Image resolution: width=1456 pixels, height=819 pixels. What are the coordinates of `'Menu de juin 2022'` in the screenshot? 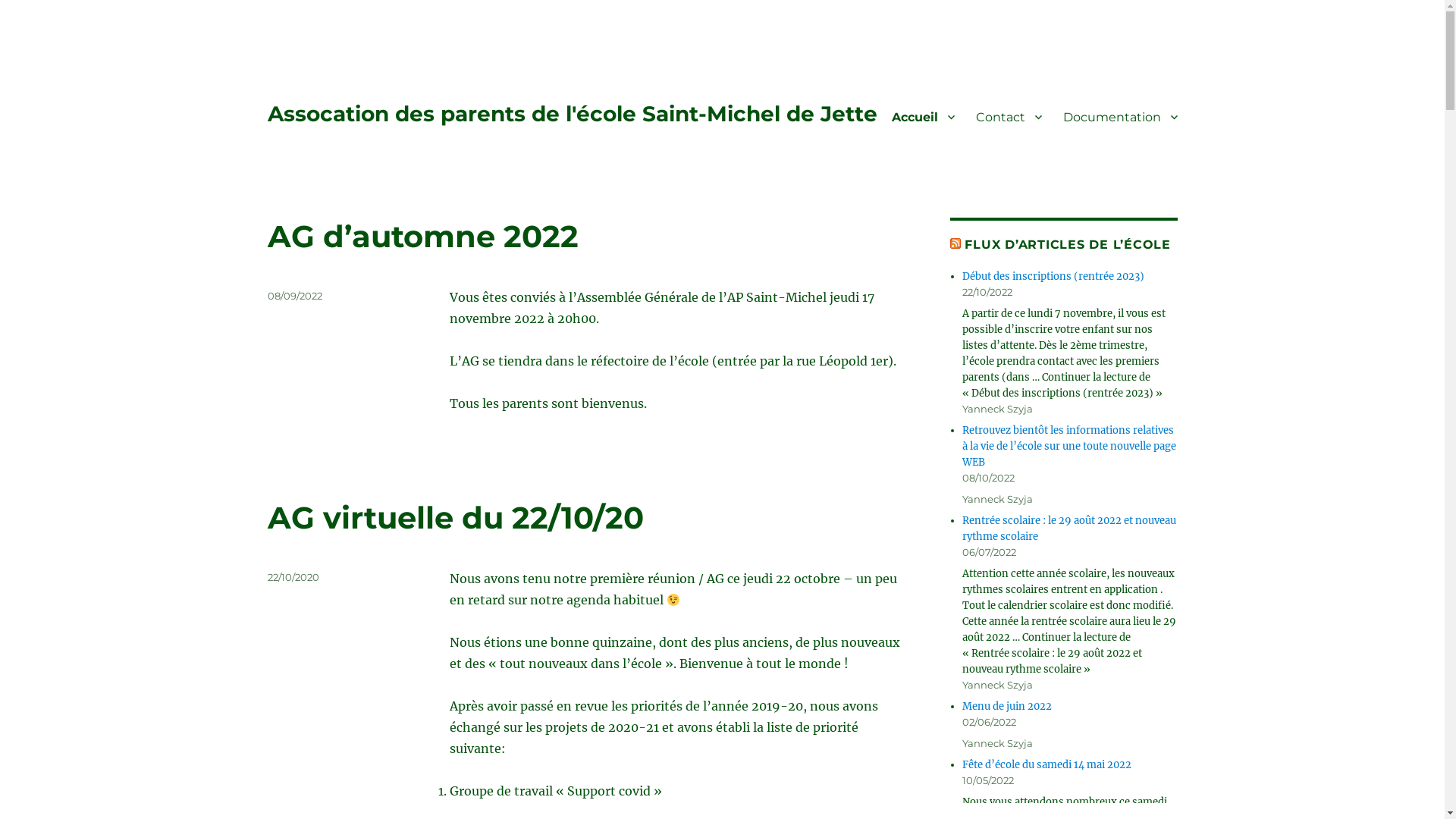 It's located at (1007, 706).